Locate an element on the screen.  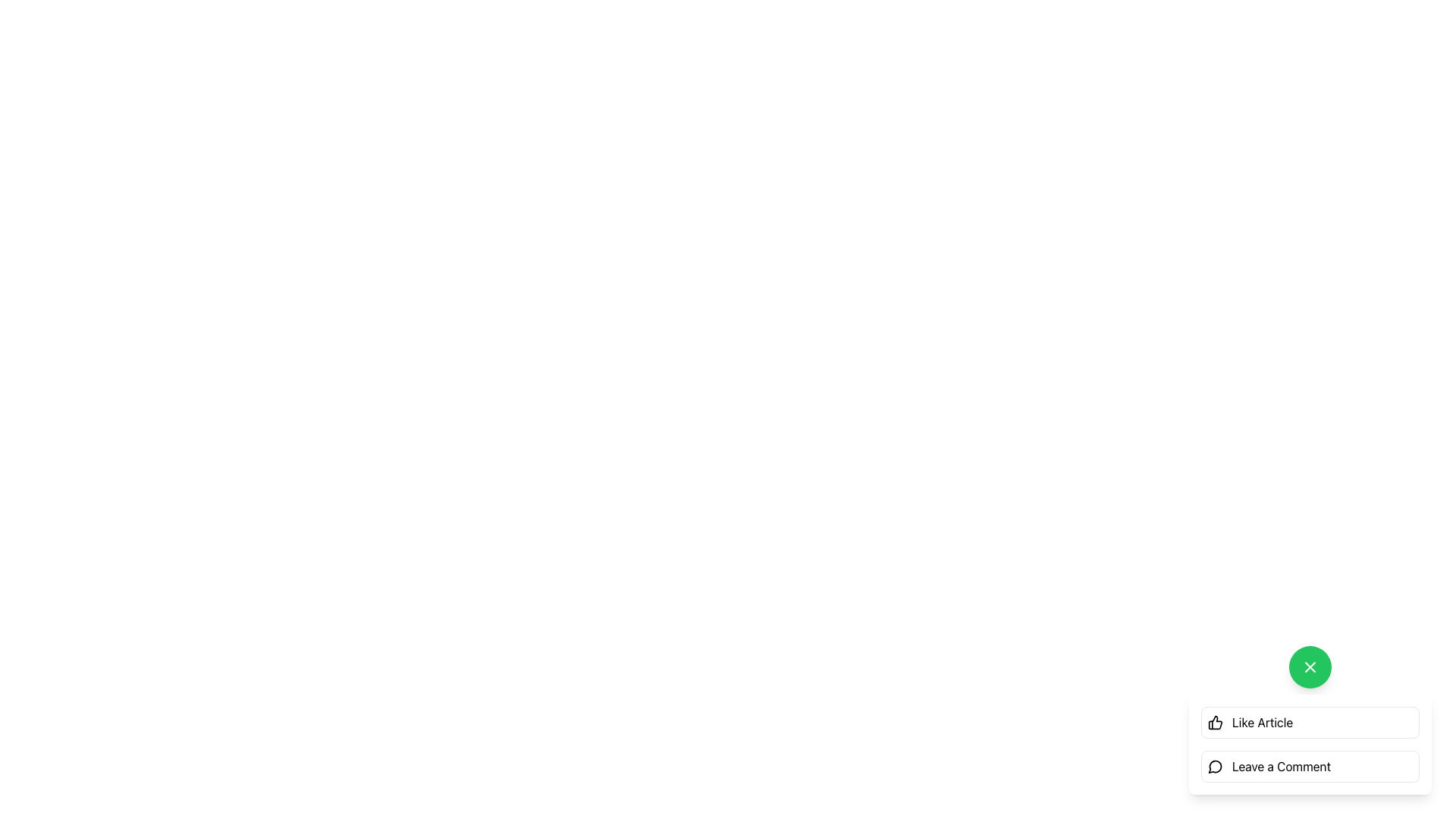
the 'Like Article' text label, which displays in black sans-serif font and is positioned near a thumbs-up icon in the lower-right region of the interface is located at coordinates (1263, 721).